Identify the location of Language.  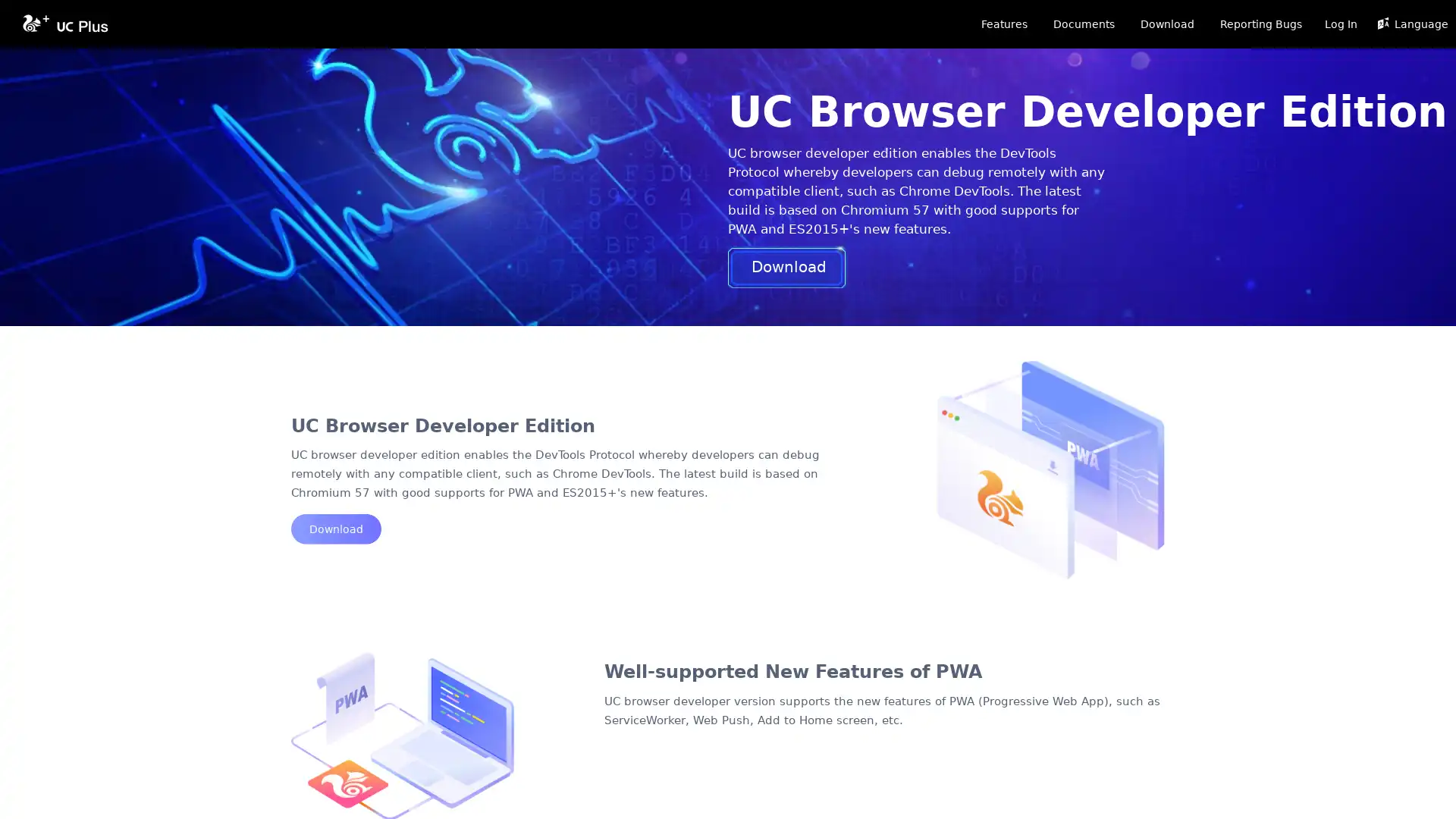
(1411, 24).